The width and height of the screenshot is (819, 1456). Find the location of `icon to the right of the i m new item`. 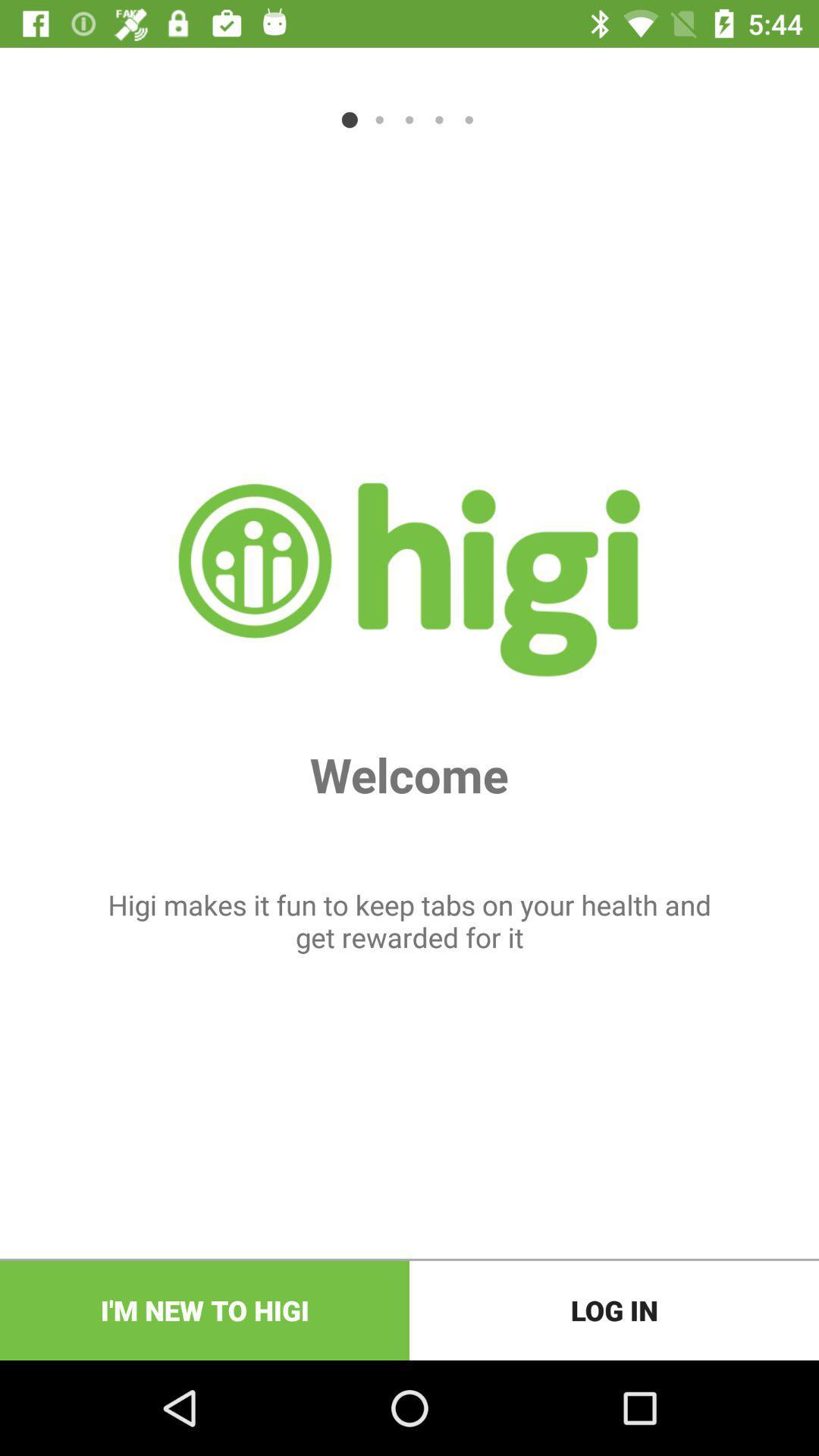

icon to the right of the i m new item is located at coordinates (614, 1310).